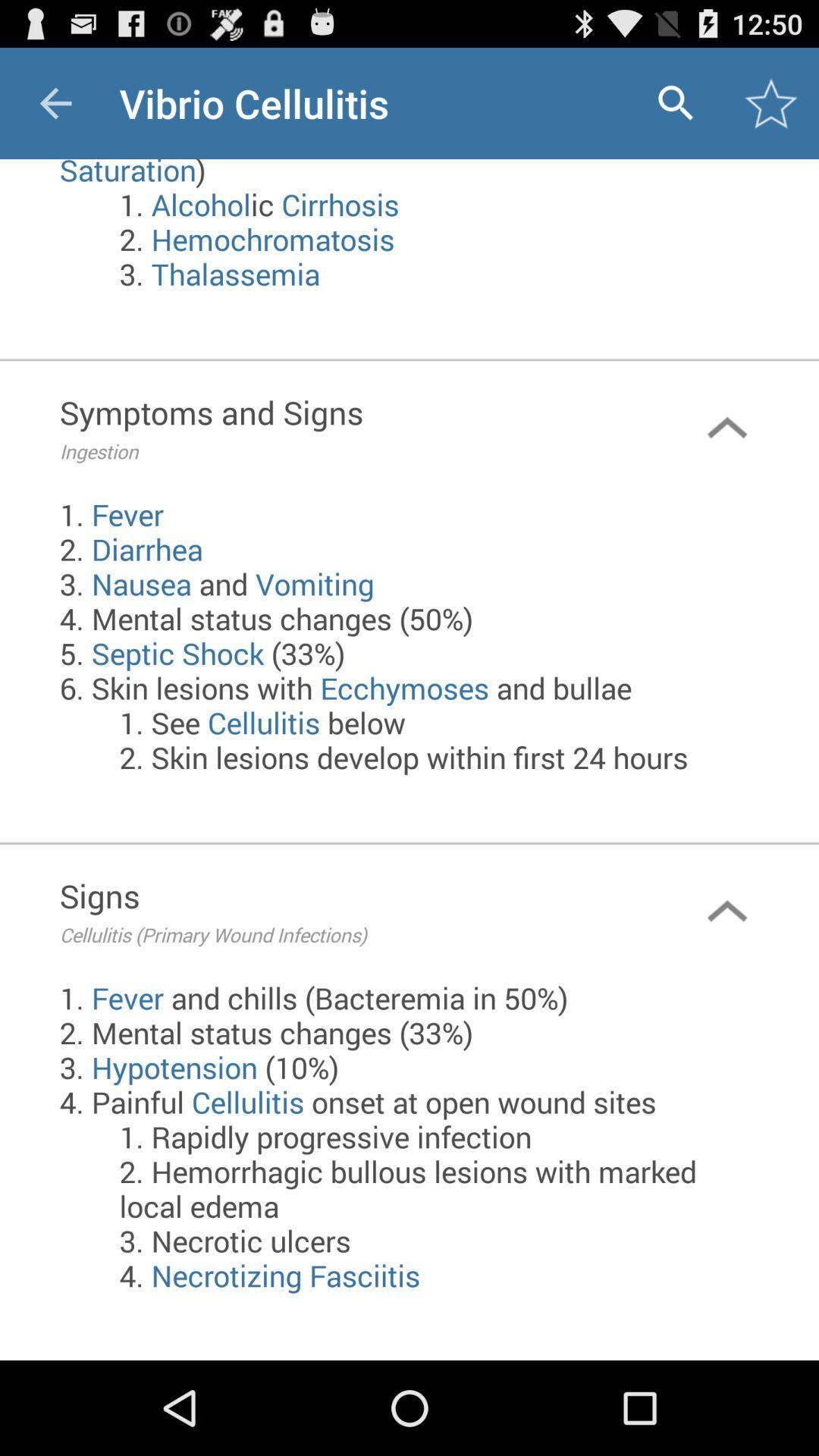 The image size is (819, 1456). Describe the element at coordinates (55, 102) in the screenshot. I see `the icon next to vibrio cellulitis icon` at that location.